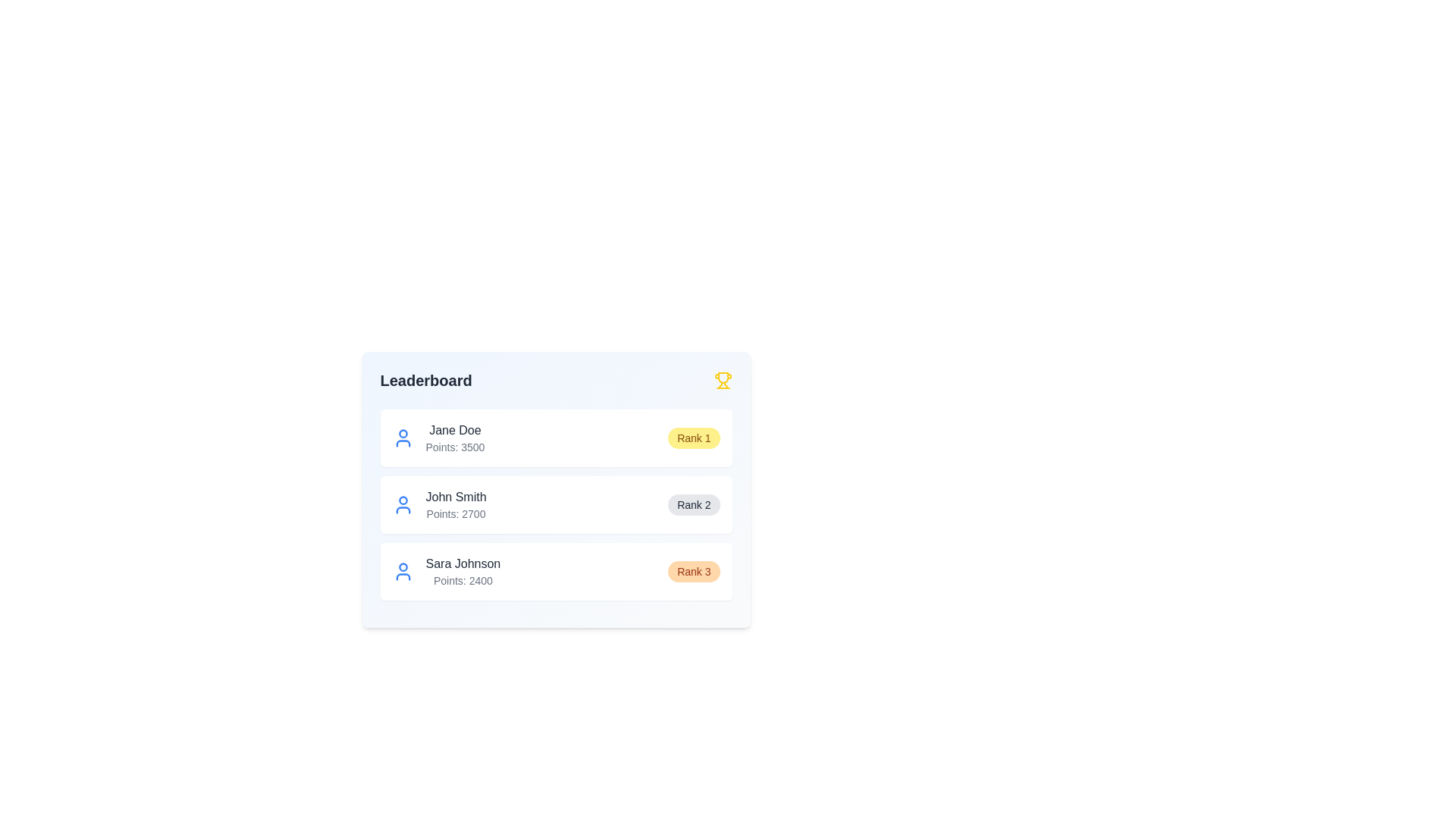 This screenshot has width=1456, height=819. What do you see at coordinates (462, 580) in the screenshot?
I see `the text label displaying the points earned by the user, located under the name 'Sara Johnson' in the leaderboard` at bounding box center [462, 580].